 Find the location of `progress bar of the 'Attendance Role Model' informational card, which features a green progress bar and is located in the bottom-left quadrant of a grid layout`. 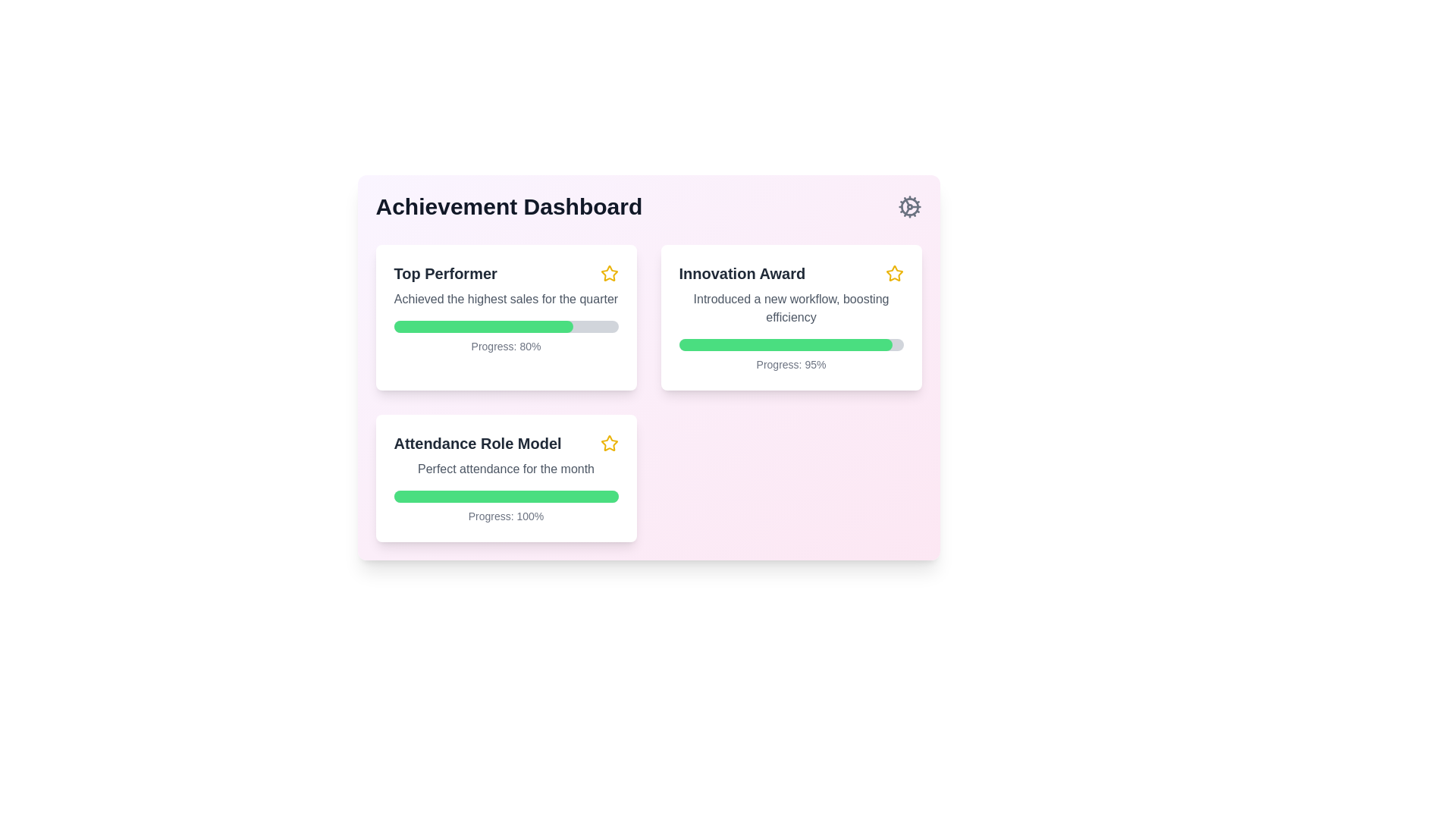

progress bar of the 'Attendance Role Model' informational card, which features a green progress bar and is located in the bottom-left quadrant of a grid layout is located at coordinates (506, 479).